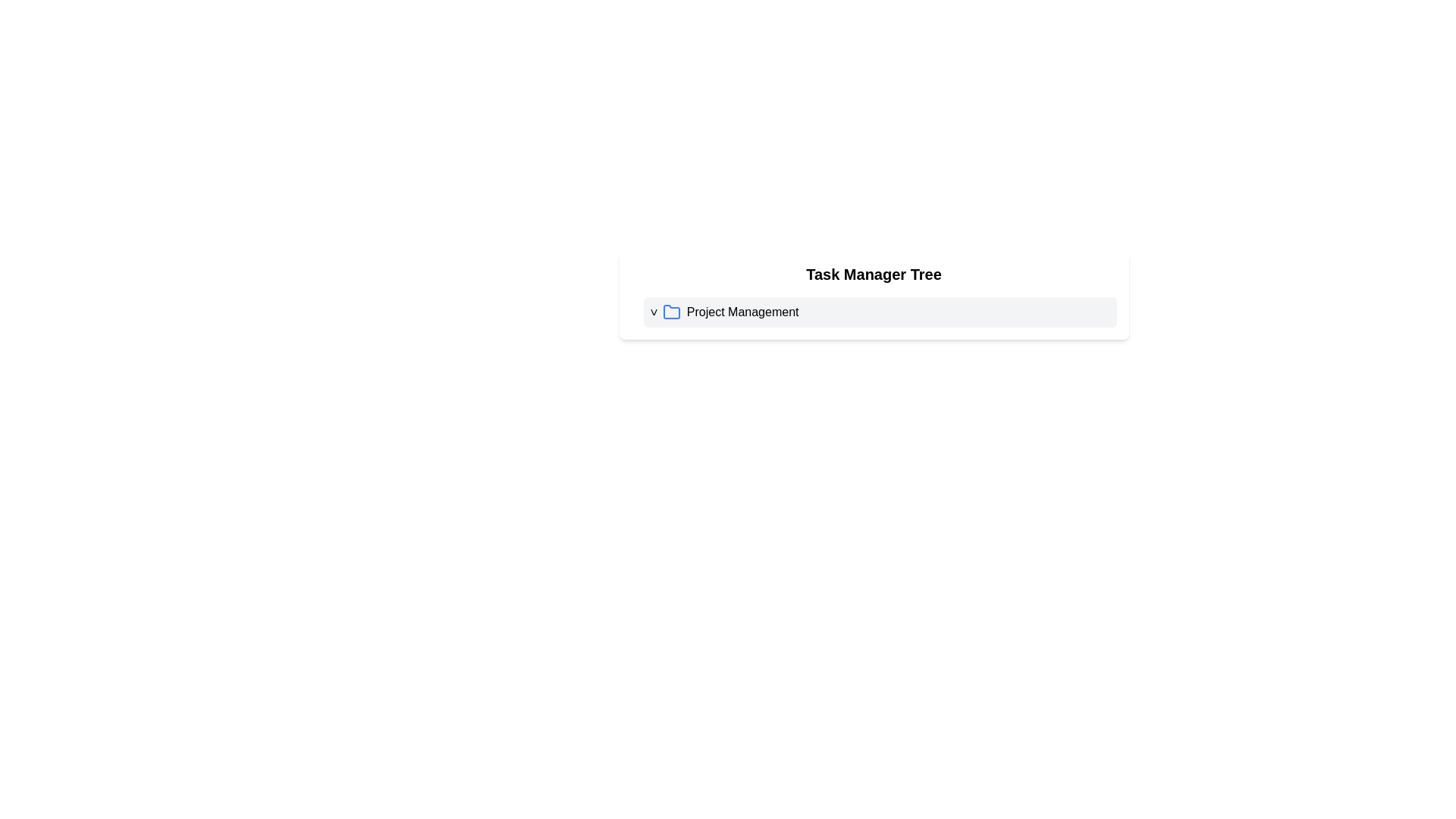  Describe the element at coordinates (653, 312) in the screenshot. I see `the expandable/collapsible icon located at the far left of the 'Project Management' group` at that location.